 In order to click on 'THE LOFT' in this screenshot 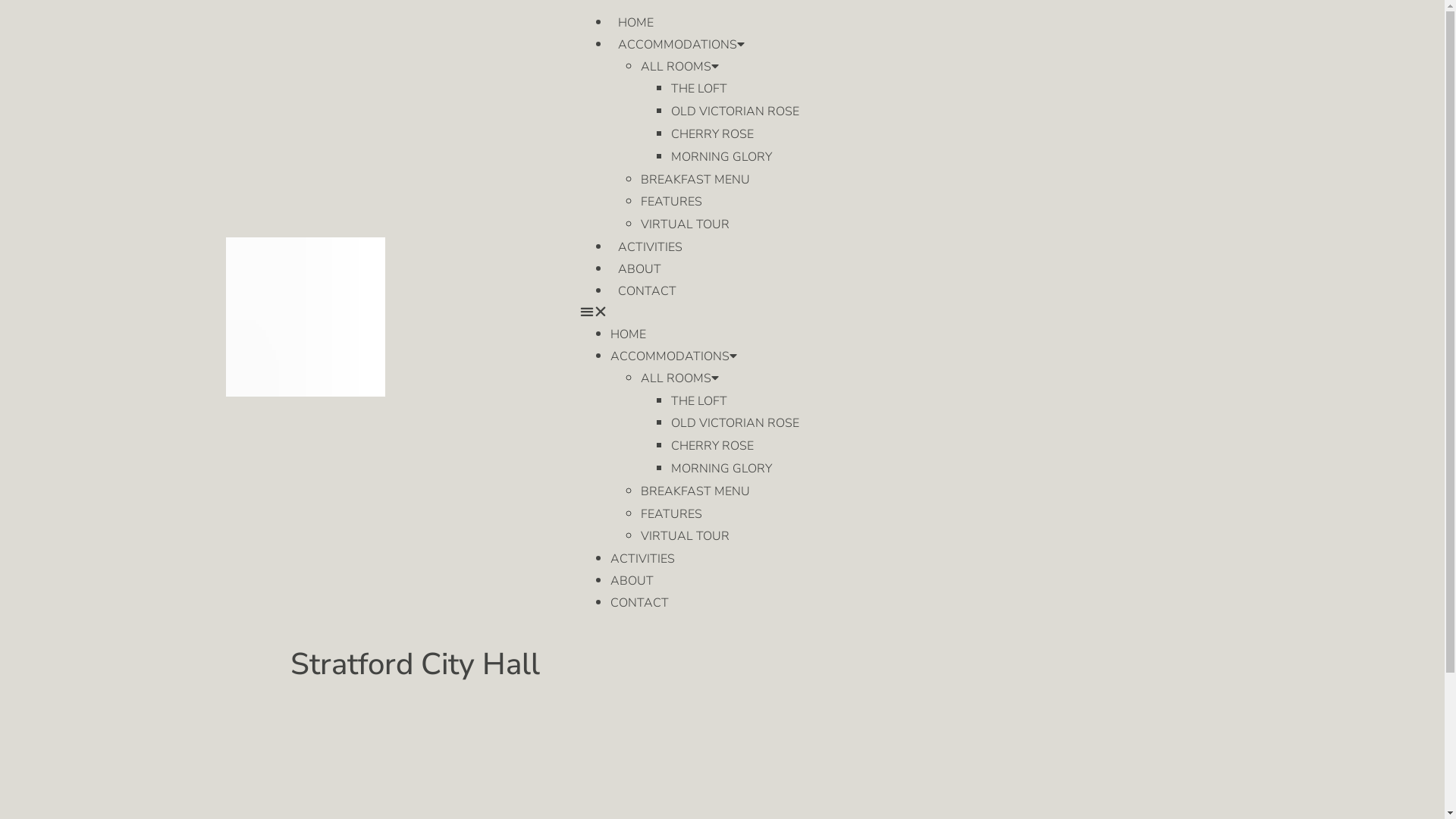, I will do `click(698, 400)`.